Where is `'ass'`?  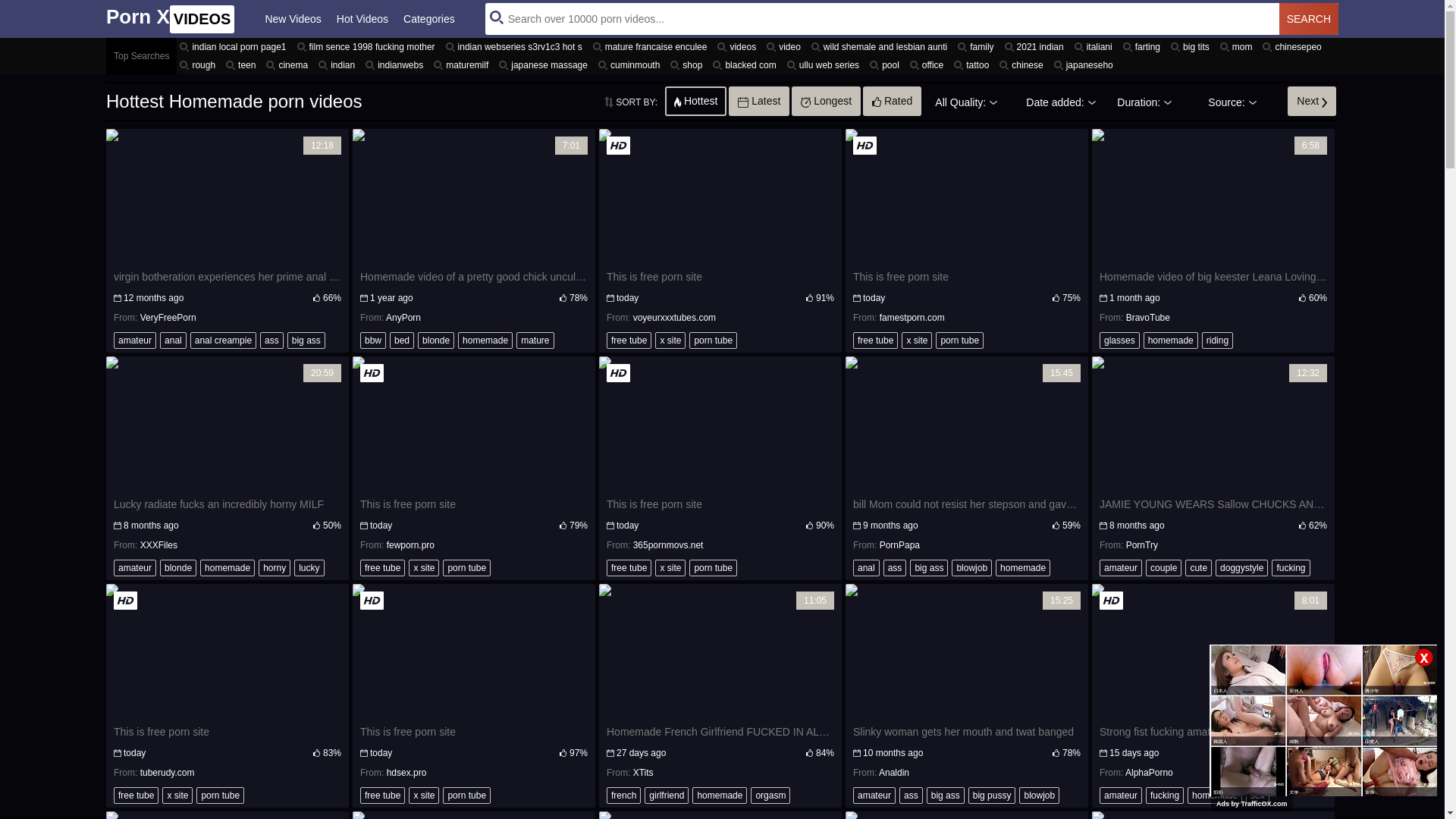
'ass' is located at coordinates (271, 339).